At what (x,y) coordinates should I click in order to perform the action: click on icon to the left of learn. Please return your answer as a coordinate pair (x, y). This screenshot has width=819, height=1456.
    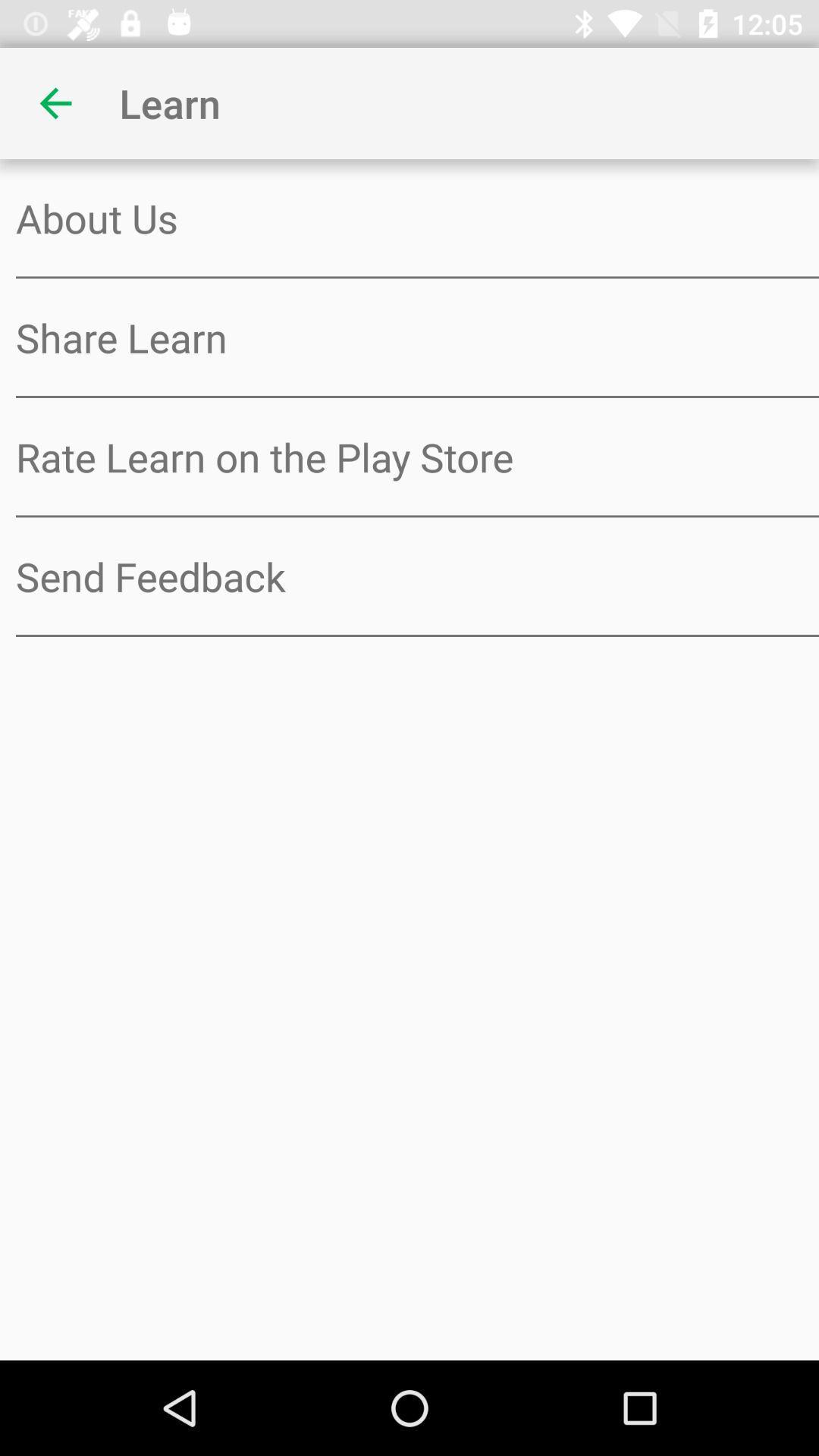
    Looking at the image, I should click on (55, 102).